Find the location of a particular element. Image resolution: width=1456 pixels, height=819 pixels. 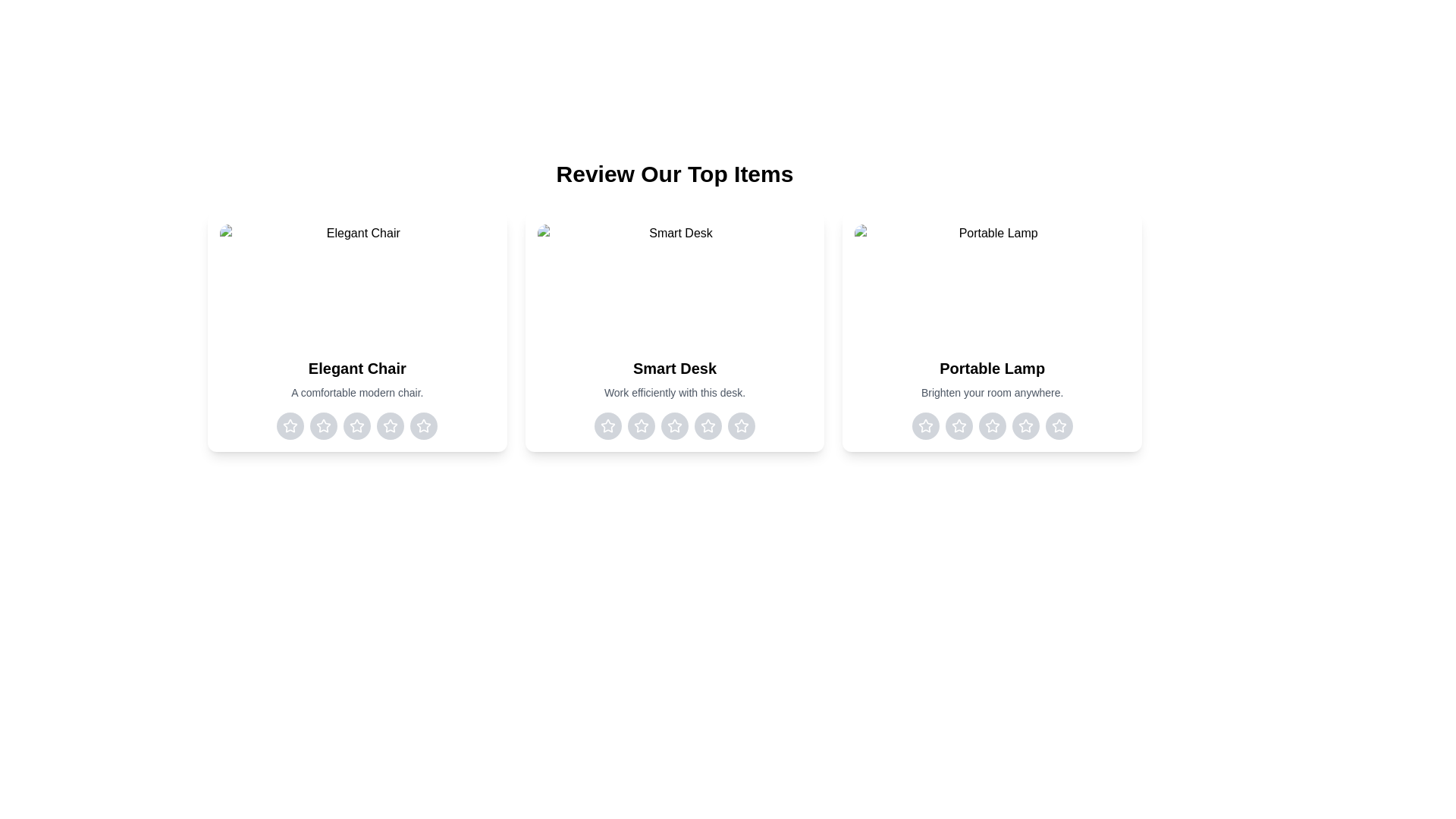

the rating for the item 'Elegant Chair' to 3 stars is located at coordinates (356, 426).